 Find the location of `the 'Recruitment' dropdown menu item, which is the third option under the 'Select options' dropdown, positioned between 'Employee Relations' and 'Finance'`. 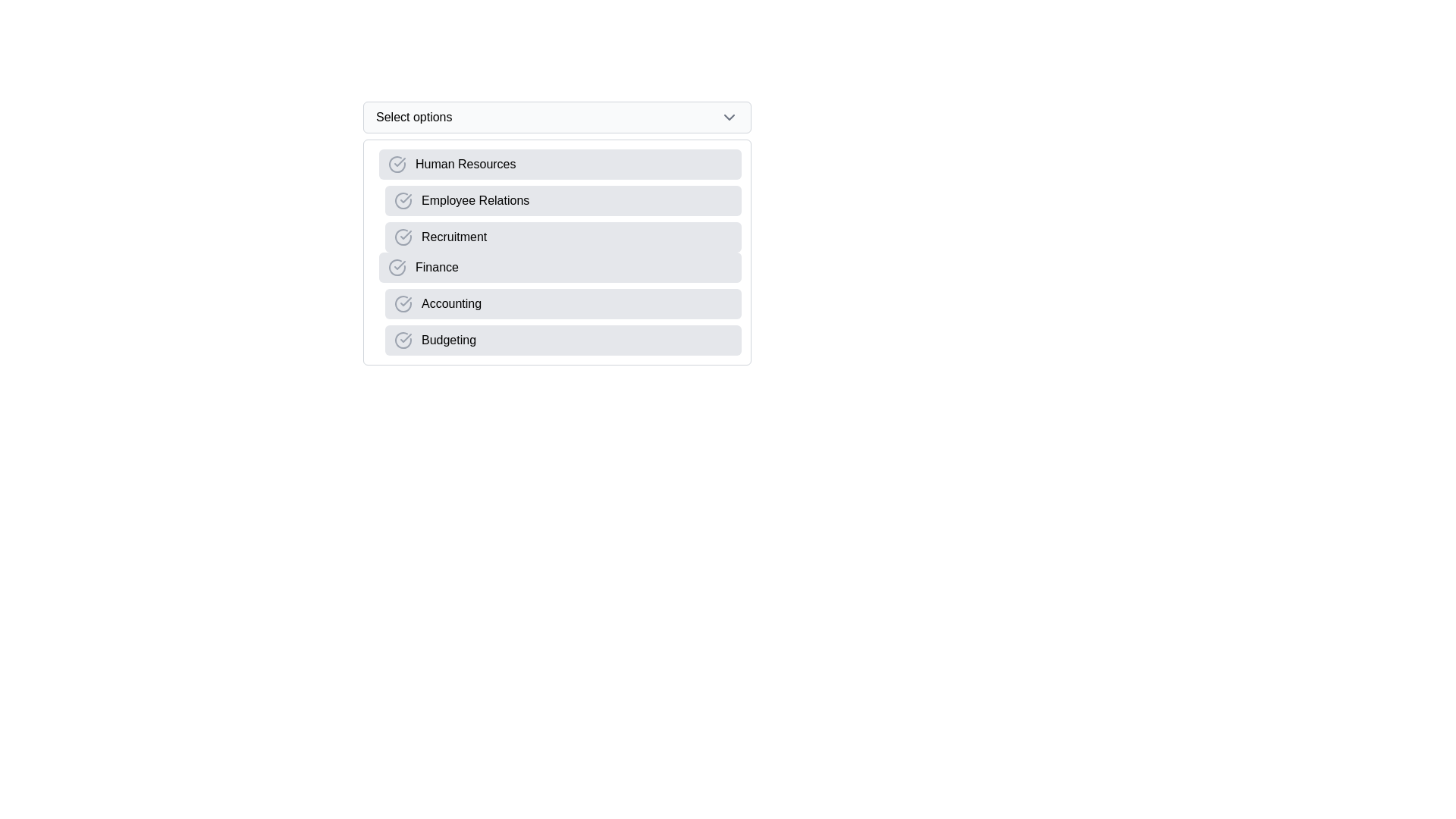

the 'Recruitment' dropdown menu item, which is the third option under the 'Select options' dropdown, positioned between 'Employee Relations' and 'Finance' is located at coordinates (563, 237).